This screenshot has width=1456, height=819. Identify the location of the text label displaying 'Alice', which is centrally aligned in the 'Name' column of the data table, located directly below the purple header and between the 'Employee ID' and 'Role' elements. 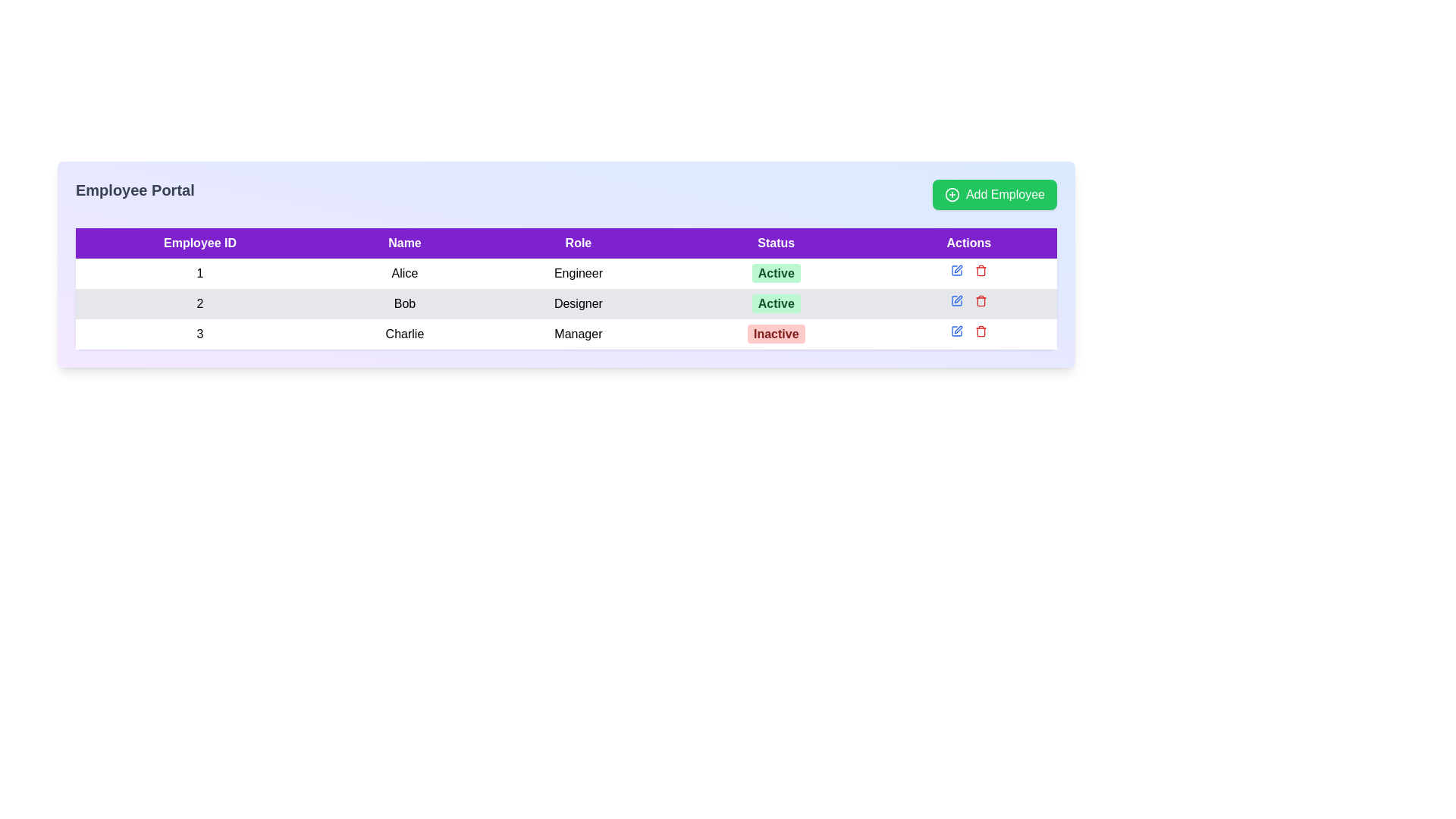
(404, 274).